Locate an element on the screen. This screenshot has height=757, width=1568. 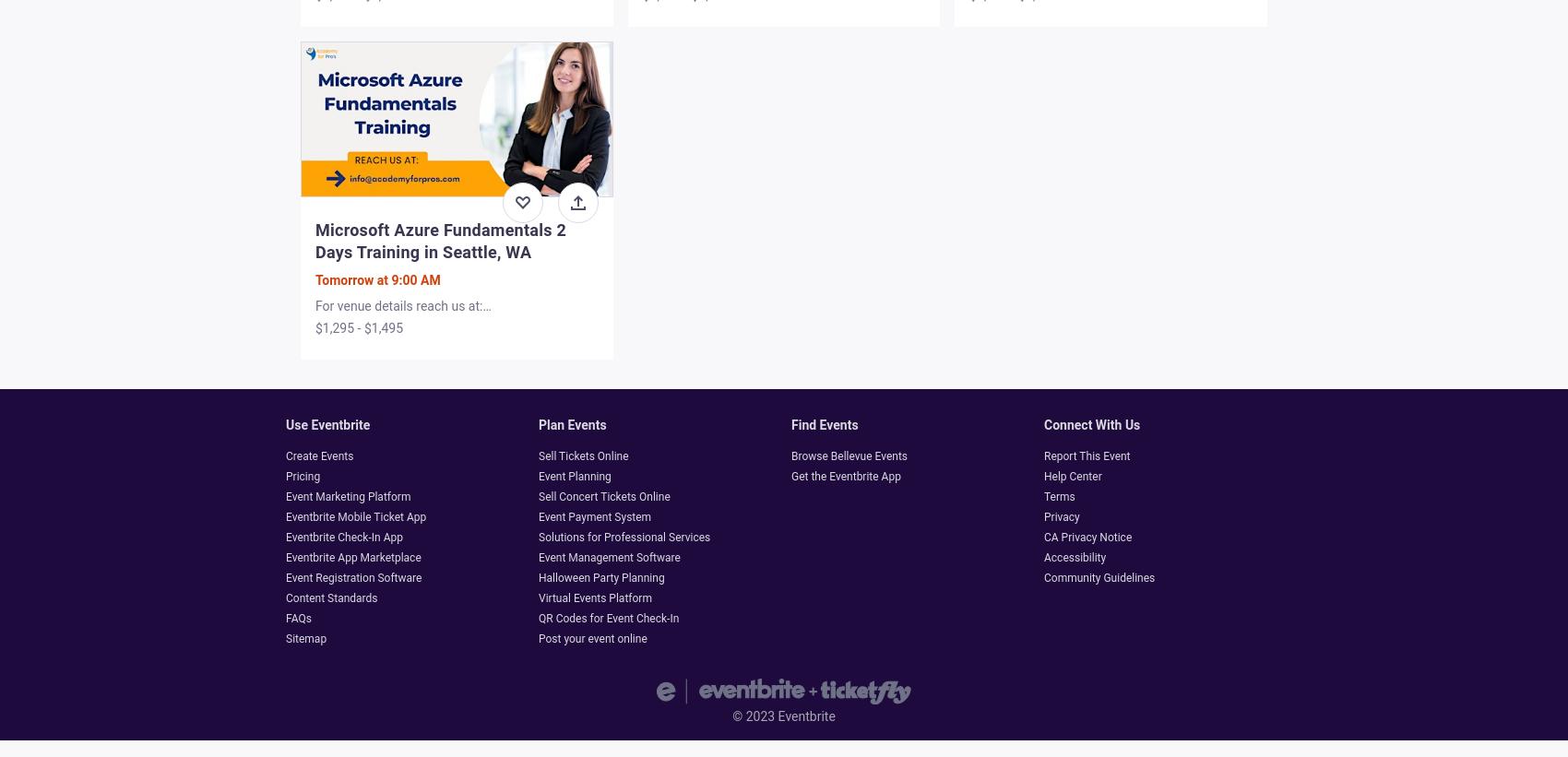
'2023' is located at coordinates (744, 716).